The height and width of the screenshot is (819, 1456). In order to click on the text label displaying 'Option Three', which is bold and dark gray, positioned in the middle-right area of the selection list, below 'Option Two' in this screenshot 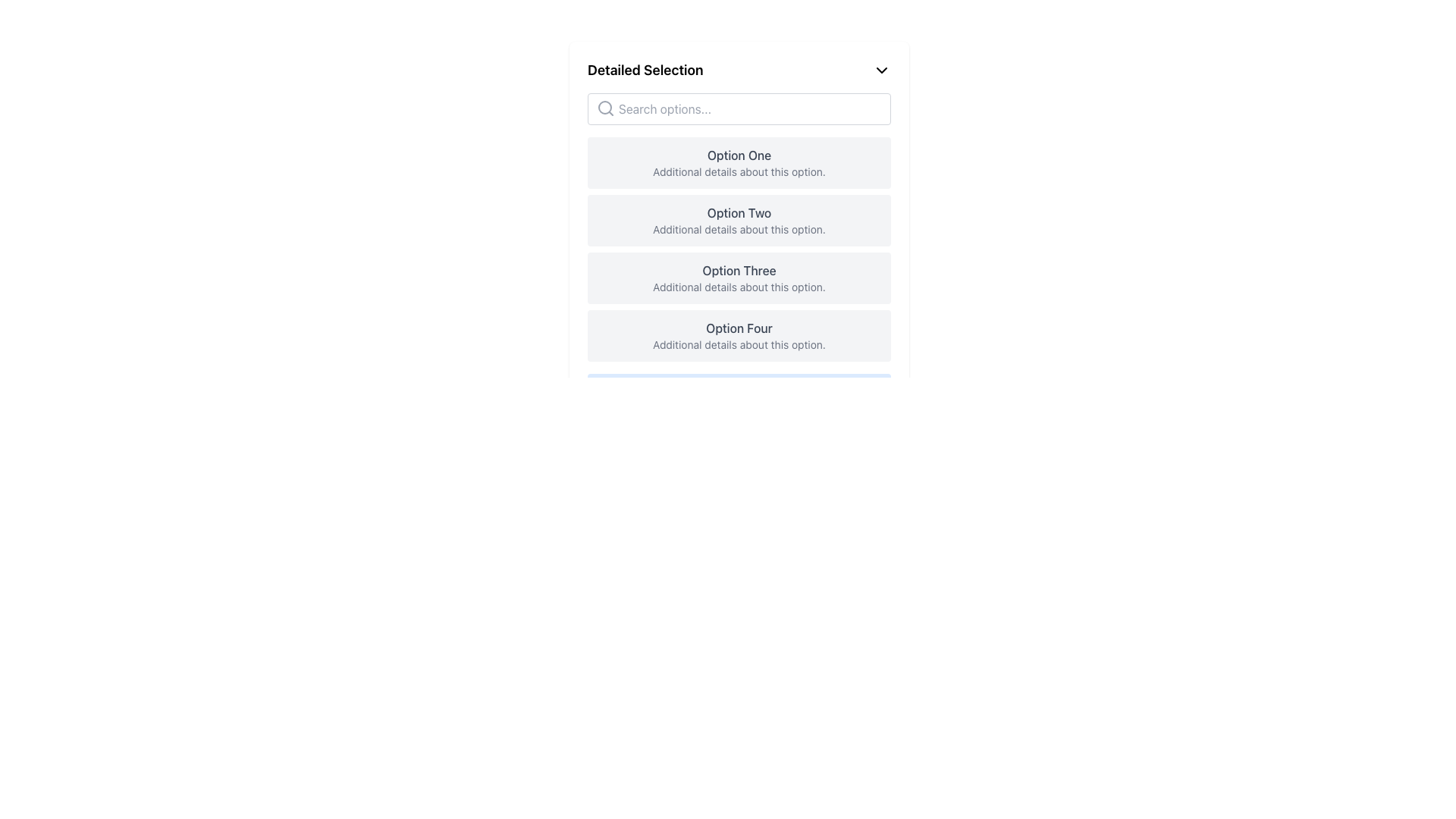, I will do `click(739, 270)`.